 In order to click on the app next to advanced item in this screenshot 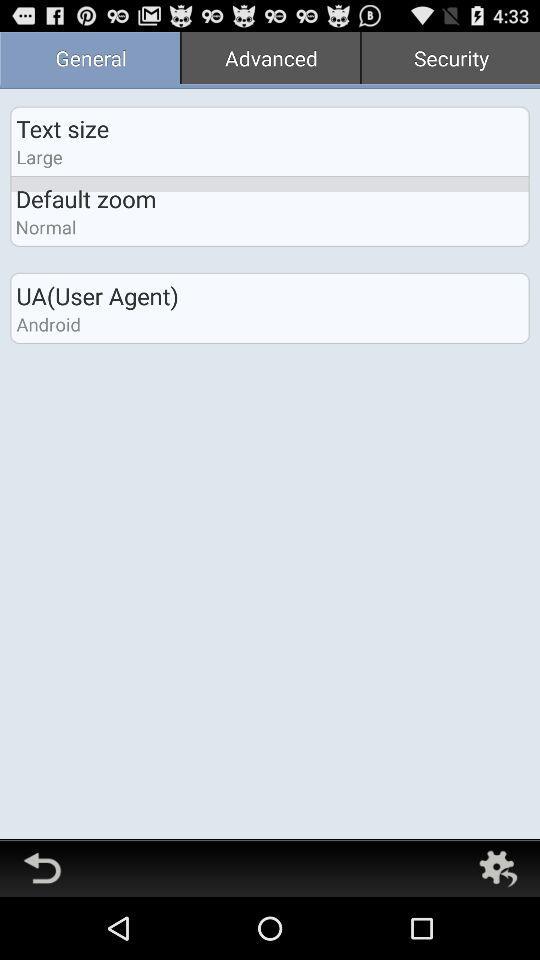, I will do `click(449, 59)`.